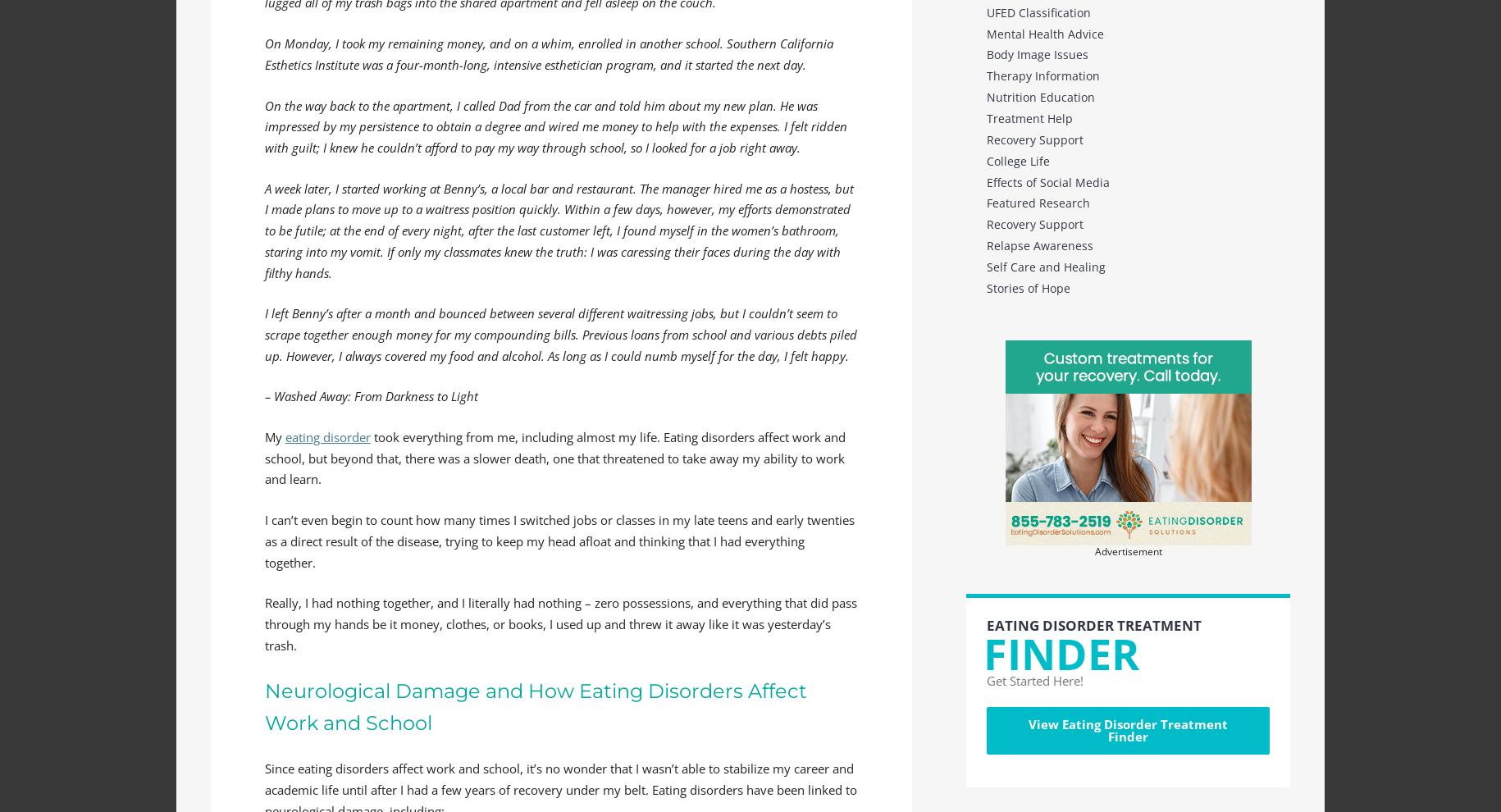  Describe the element at coordinates (264, 436) in the screenshot. I see `'My'` at that location.